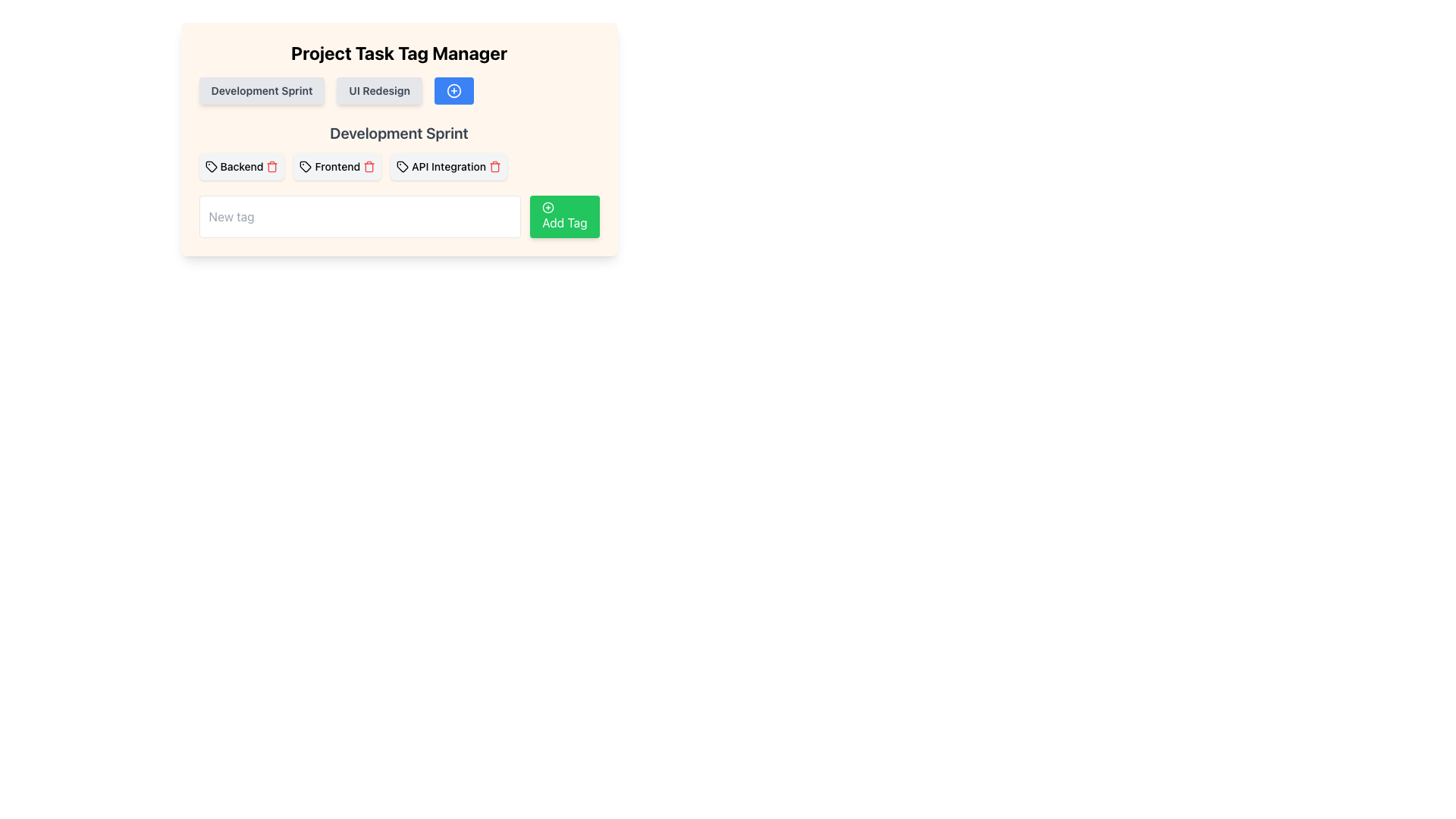 This screenshot has height=819, width=1456. Describe the element at coordinates (262, 90) in the screenshot. I see `the 'Development Sprint' button, which is a rounded rectangular button with a light gray background and darker gray text, located in the upper left area of the interface` at that location.